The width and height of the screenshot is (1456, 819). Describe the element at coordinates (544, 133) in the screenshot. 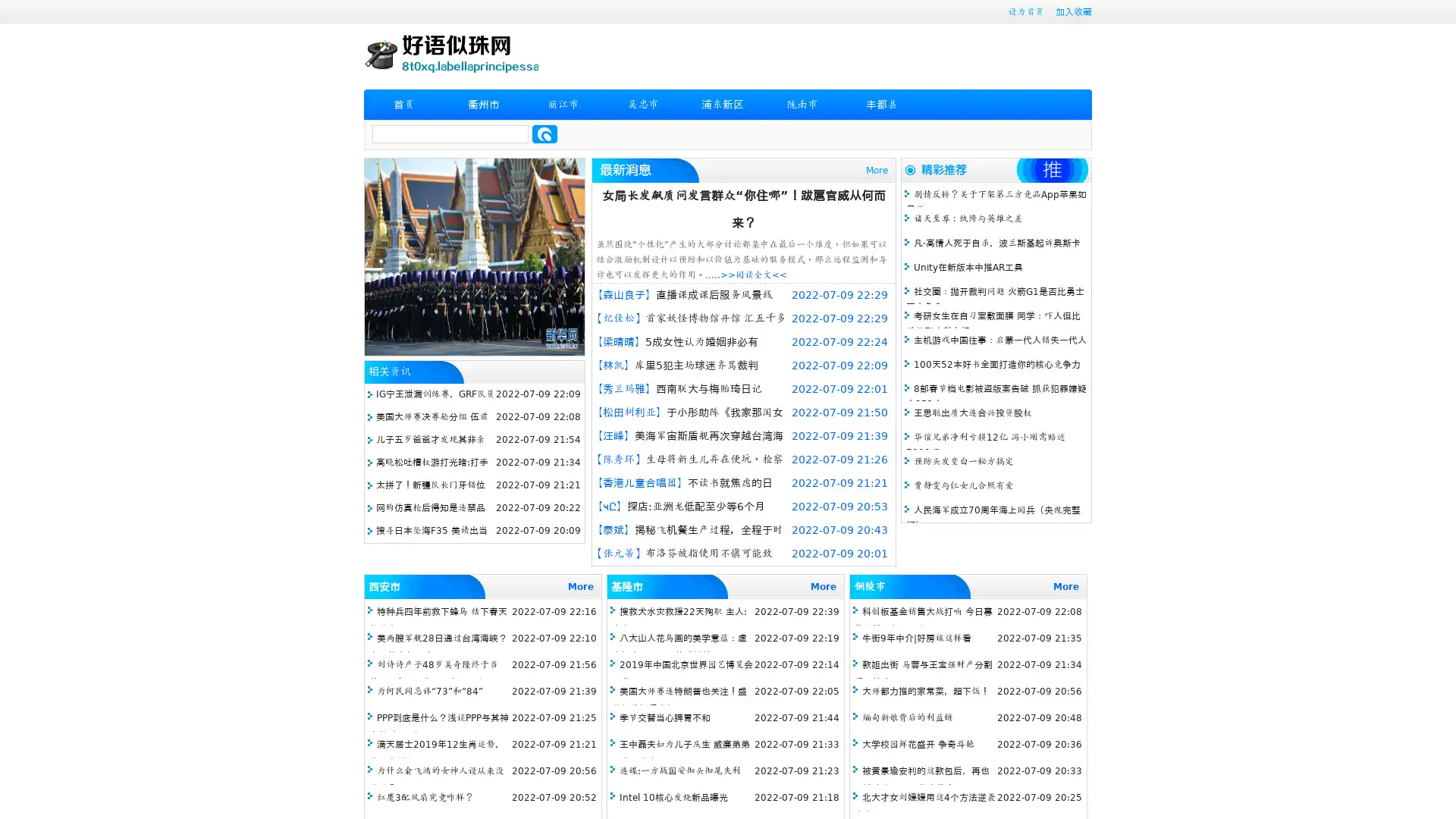

I see `Search` at that location.